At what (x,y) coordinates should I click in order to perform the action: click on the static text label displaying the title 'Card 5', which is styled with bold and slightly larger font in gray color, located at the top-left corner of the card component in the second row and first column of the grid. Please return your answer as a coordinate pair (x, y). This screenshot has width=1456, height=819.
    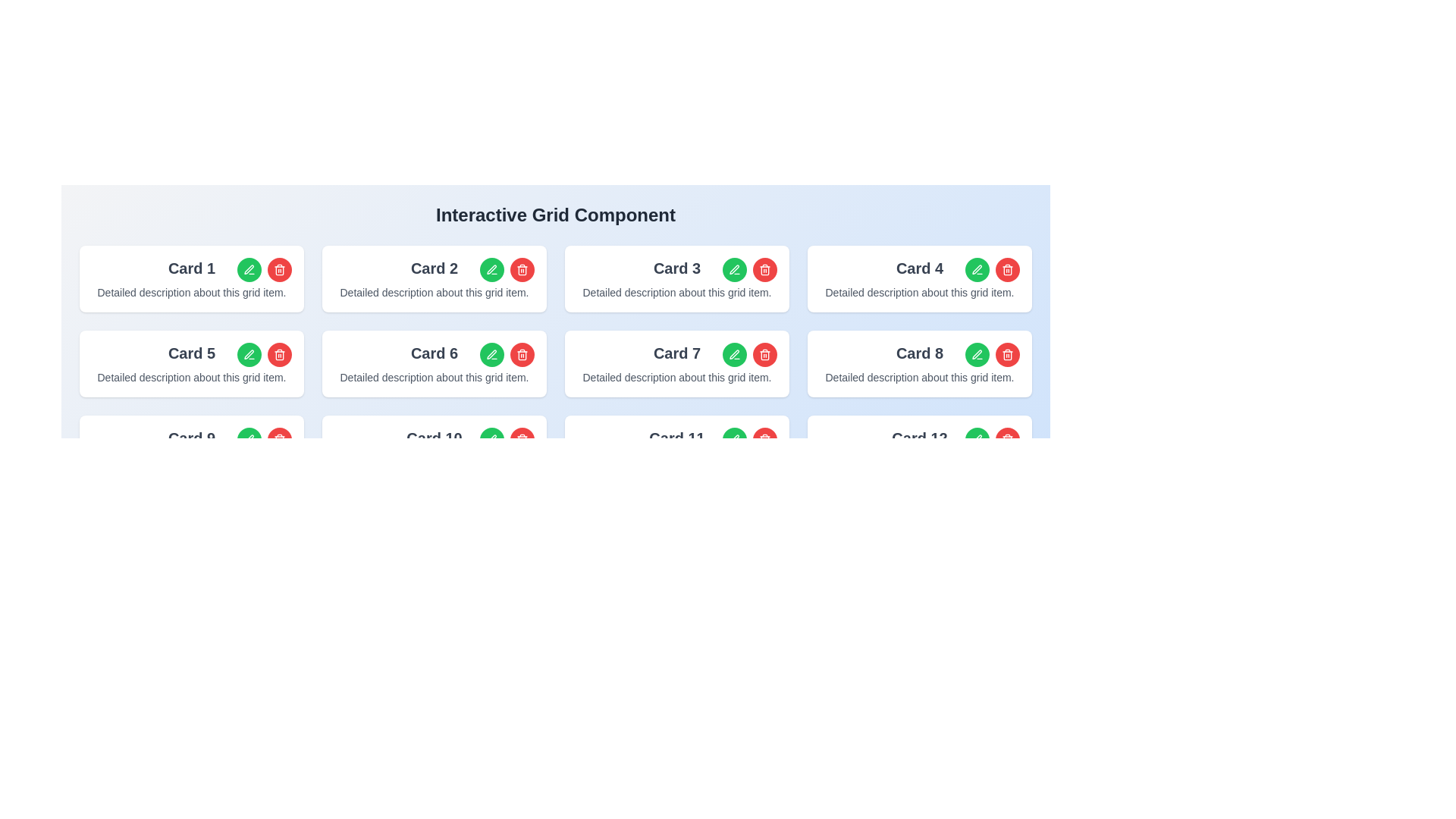
    Looking at the image, I should click on (191, 353).